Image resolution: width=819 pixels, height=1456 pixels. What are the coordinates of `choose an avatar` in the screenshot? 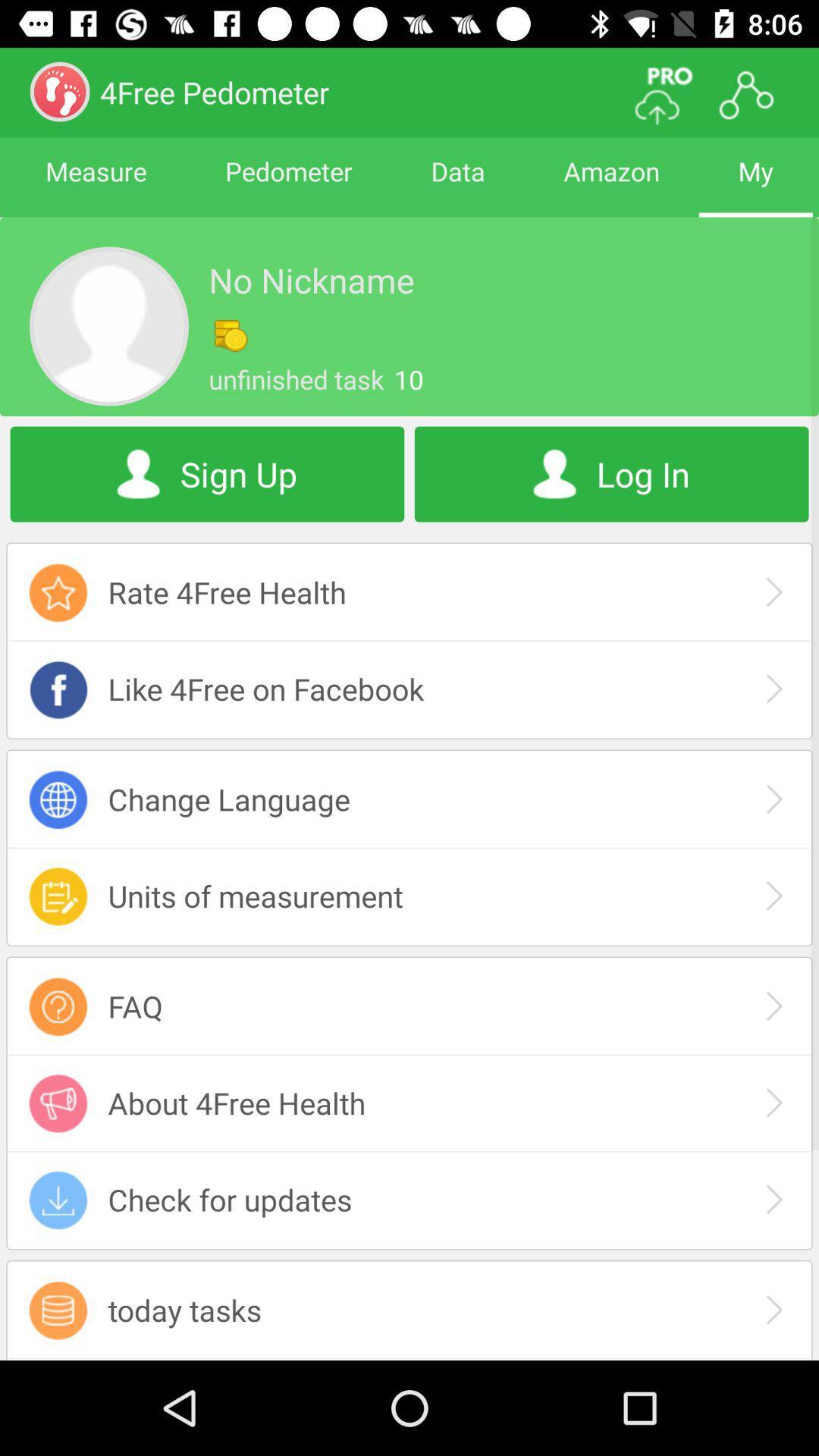 It's located at (108, 325).